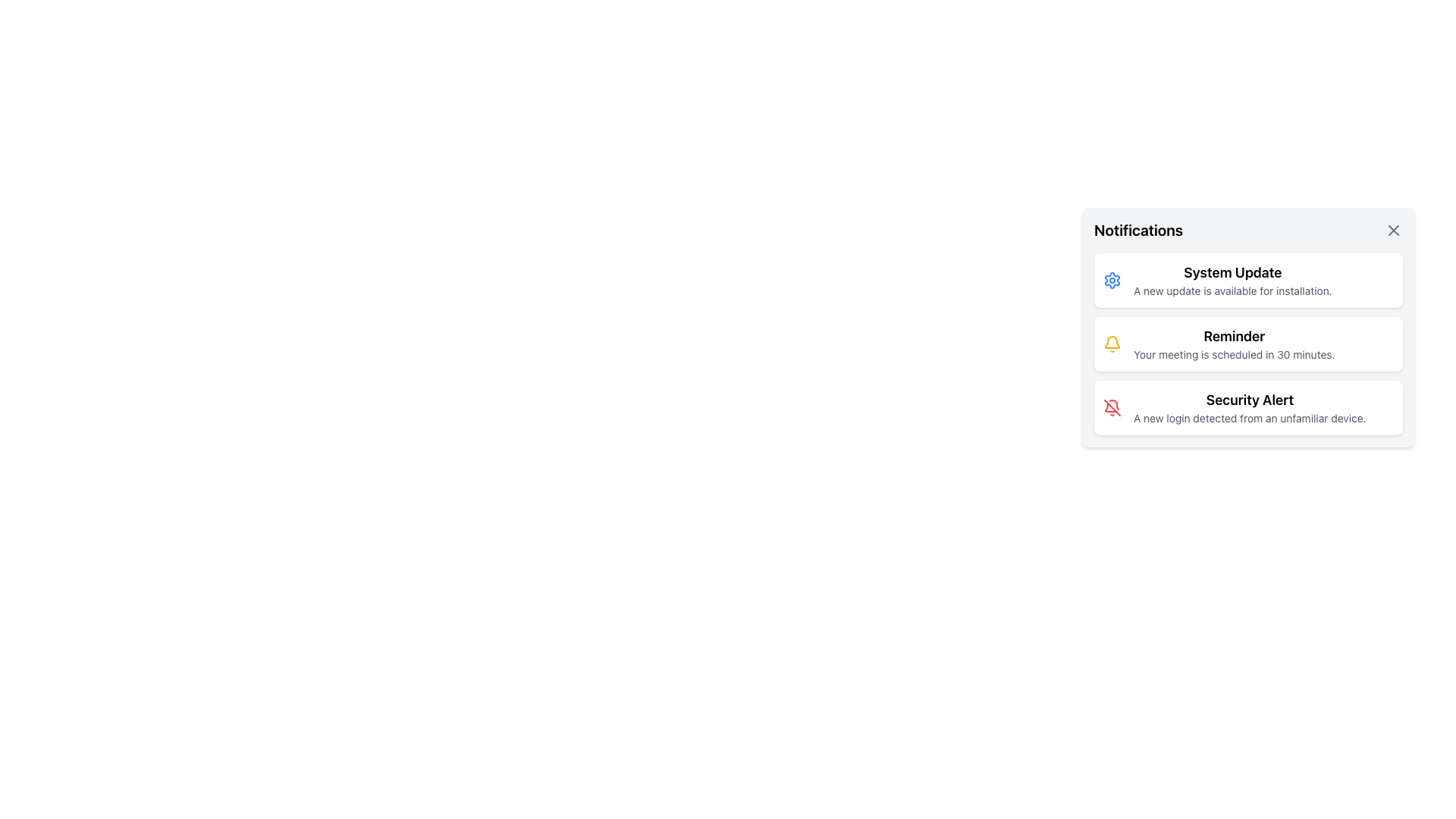 This screenshot has height=819, width=1456. What do you see at coordinates (1114, 404) in the screenshot?
I see `the upper curved detail of the muted bell icon located in the notifications area, which is part of the SVG graphic` at bounding box center [1114, 404].